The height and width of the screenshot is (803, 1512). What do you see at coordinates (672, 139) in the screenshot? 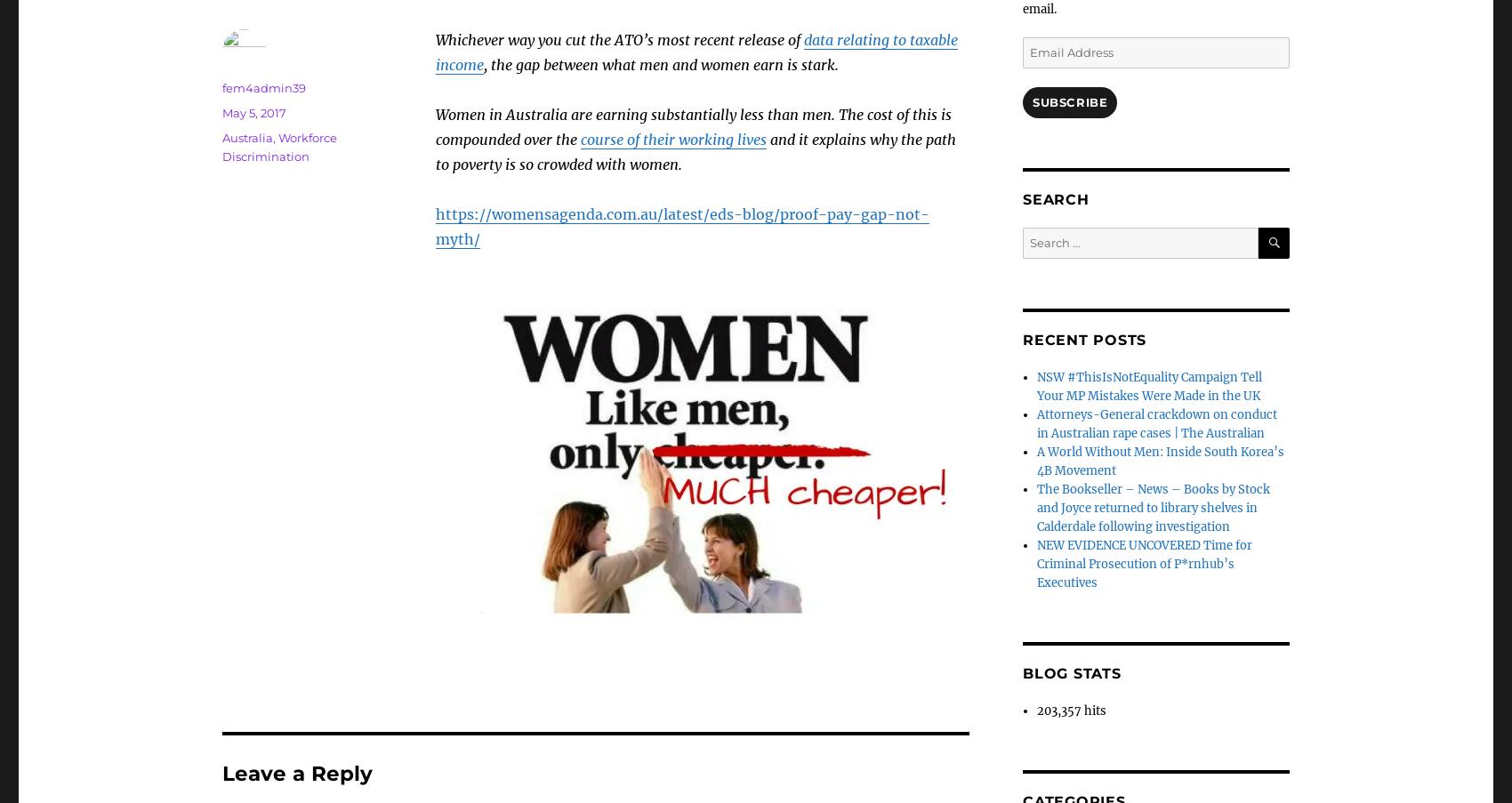
I see `'course of their working lives'` at bounding box center [672, 139].